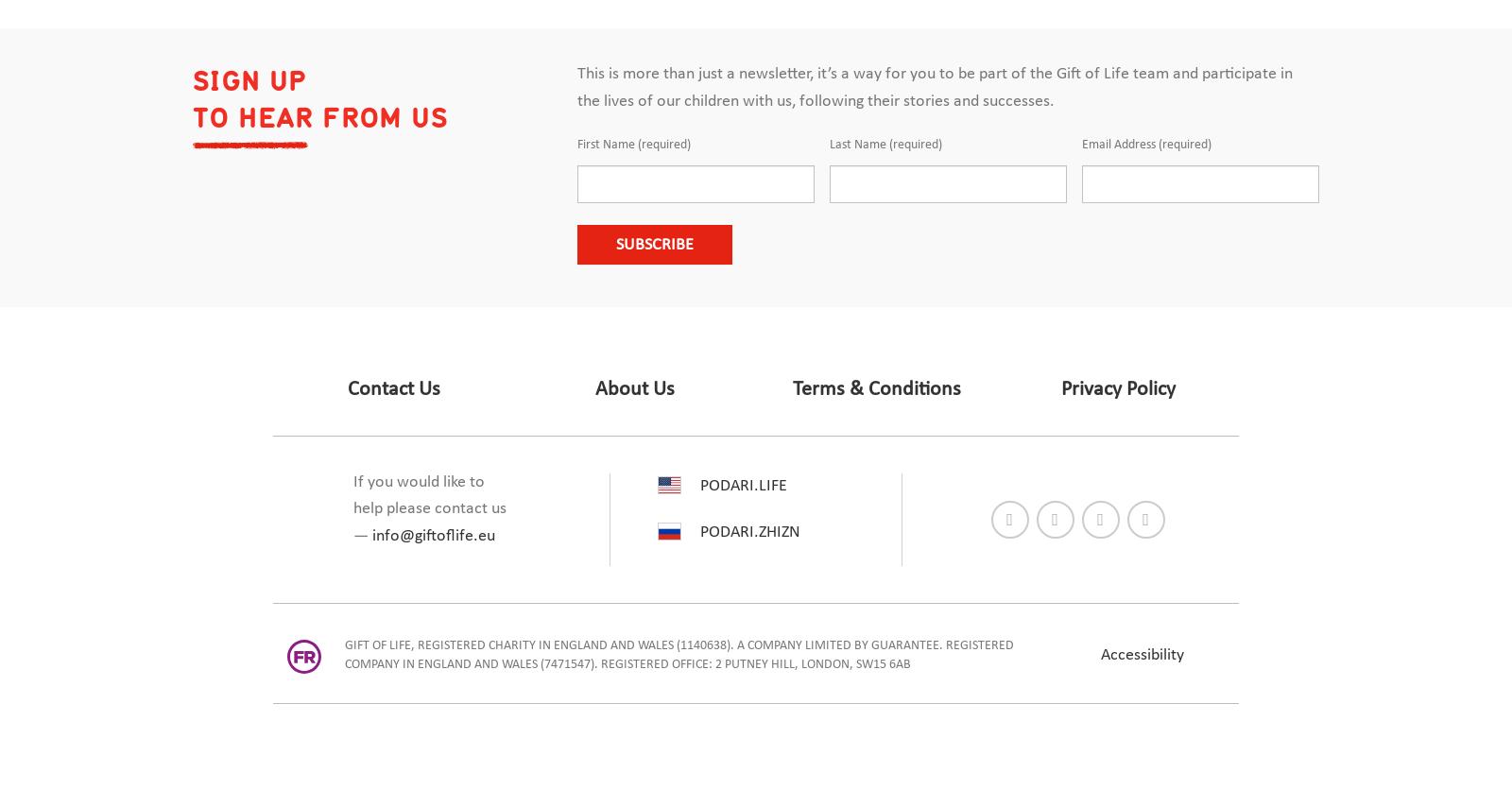 Image resolution: width=1512 pixels, height=790 pixels. I want to click on 'If you would like to help please contact us —', so click(429, 507).